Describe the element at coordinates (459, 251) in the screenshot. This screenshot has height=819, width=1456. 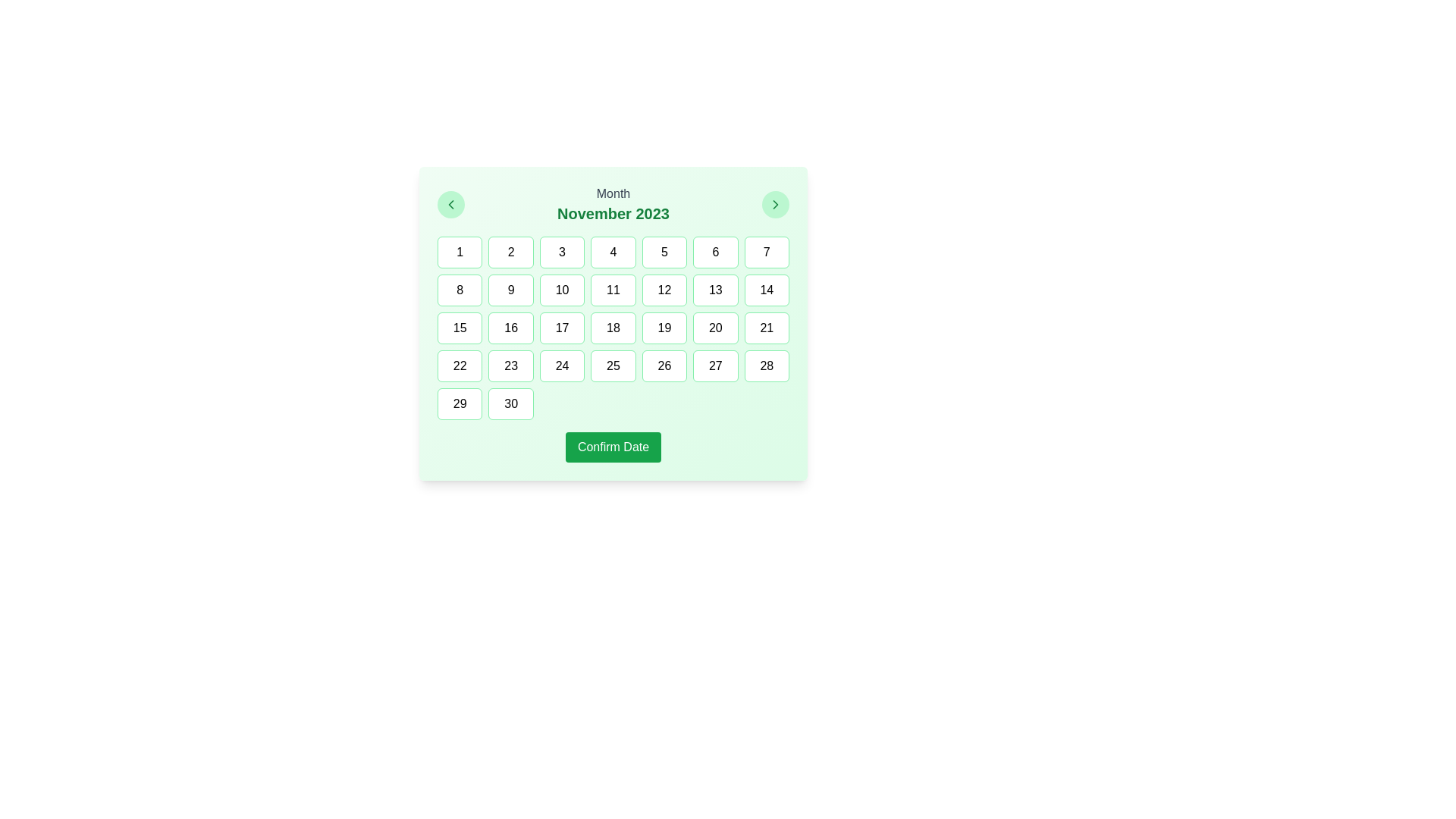
I see `the button that allows the user to select the first day of November 2023 in the calendar interface` at that location.